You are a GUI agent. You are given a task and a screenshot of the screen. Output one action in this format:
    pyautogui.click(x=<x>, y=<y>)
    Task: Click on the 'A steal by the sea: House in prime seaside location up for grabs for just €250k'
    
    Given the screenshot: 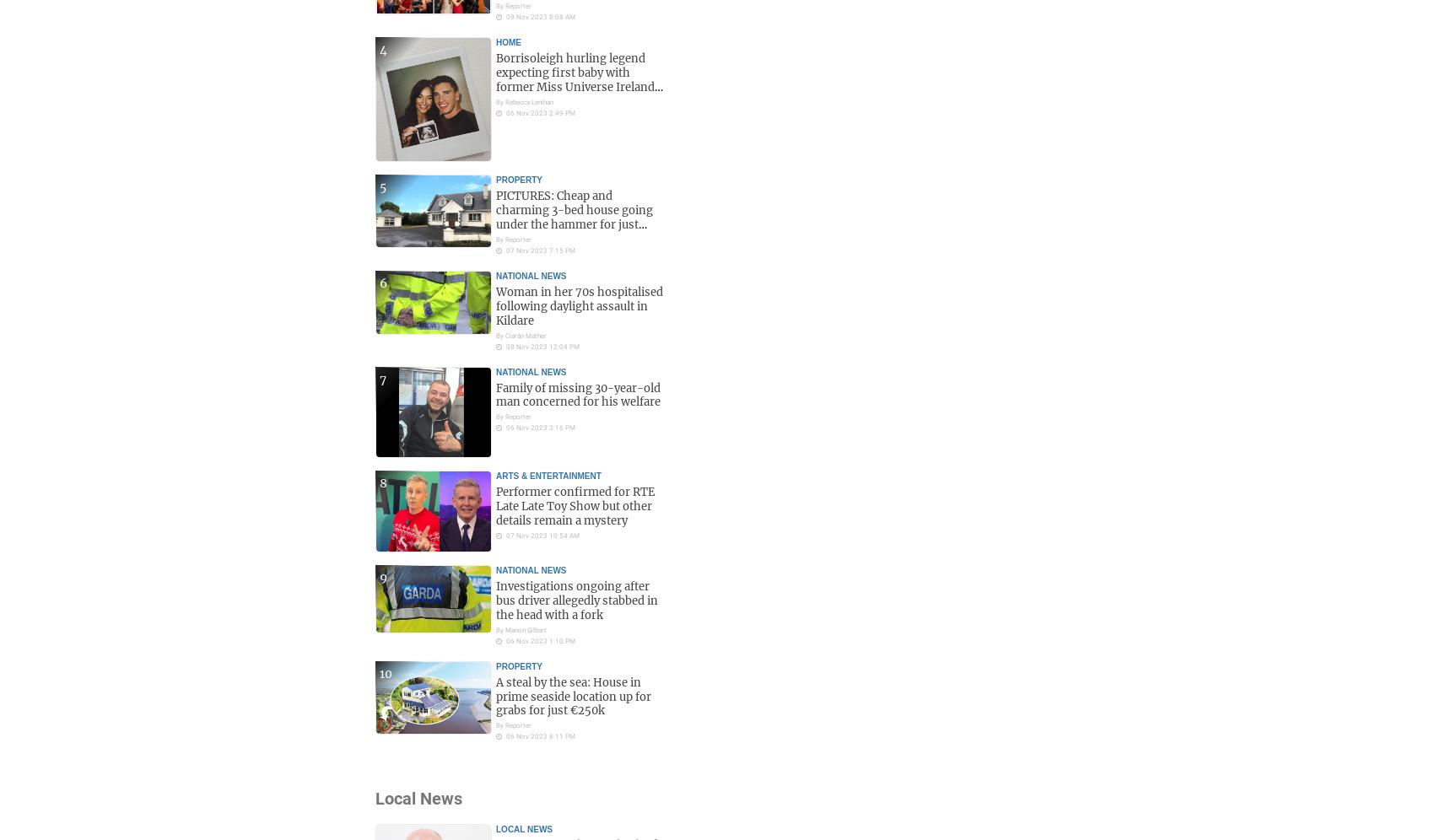 What is the action you would take?
    pyautogui.click(x=574, y=695)
    